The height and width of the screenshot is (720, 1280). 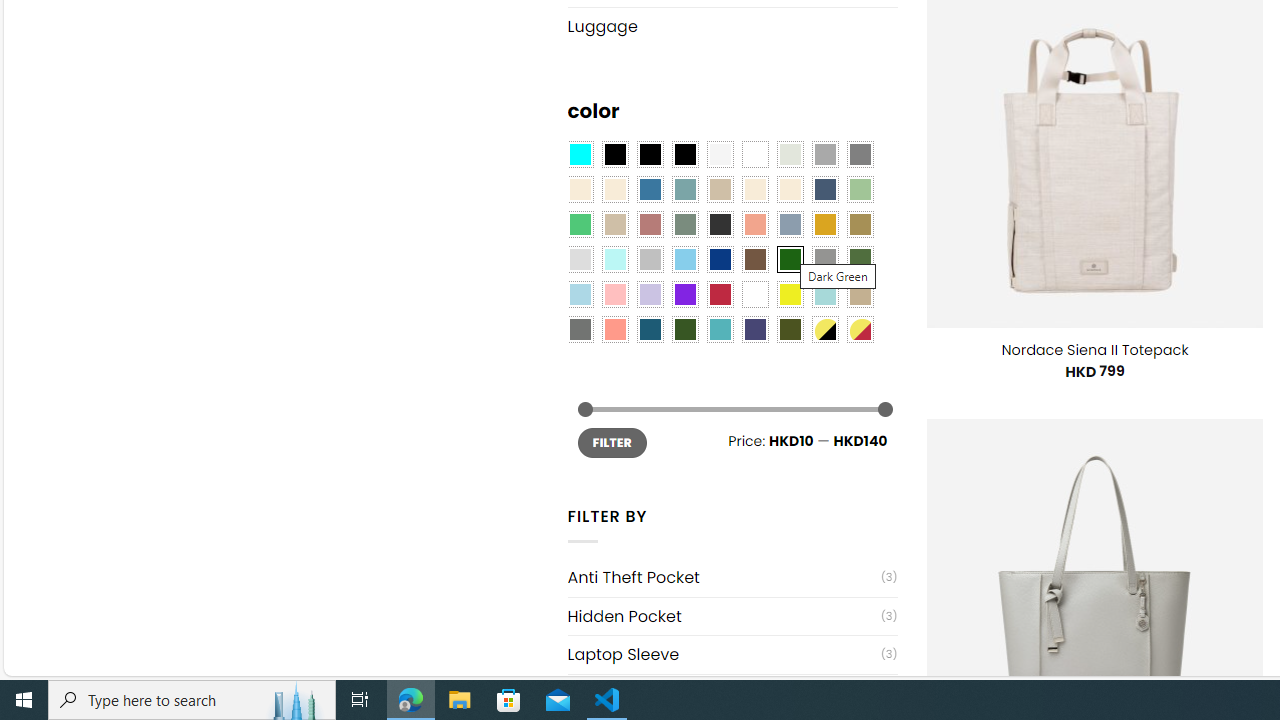 I want to click on 'Navy Blue', so click(x=720, y=258).